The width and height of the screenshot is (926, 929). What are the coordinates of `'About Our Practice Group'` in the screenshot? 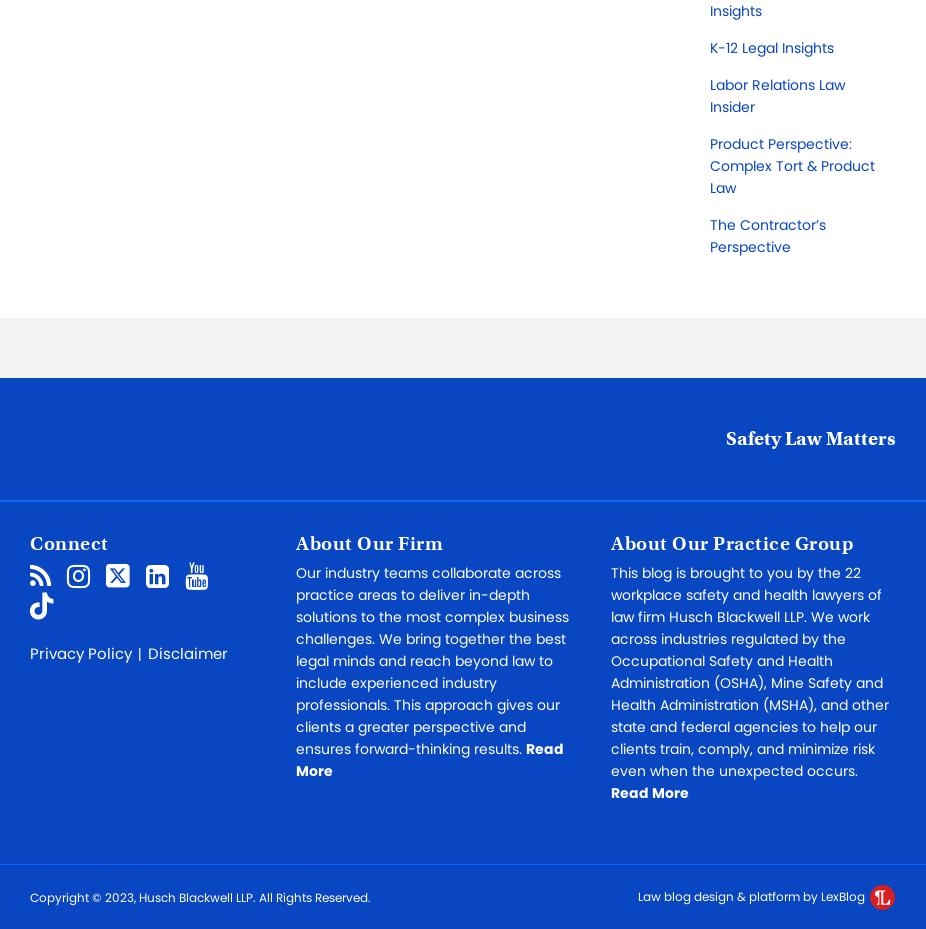 It's located at (609, 542).